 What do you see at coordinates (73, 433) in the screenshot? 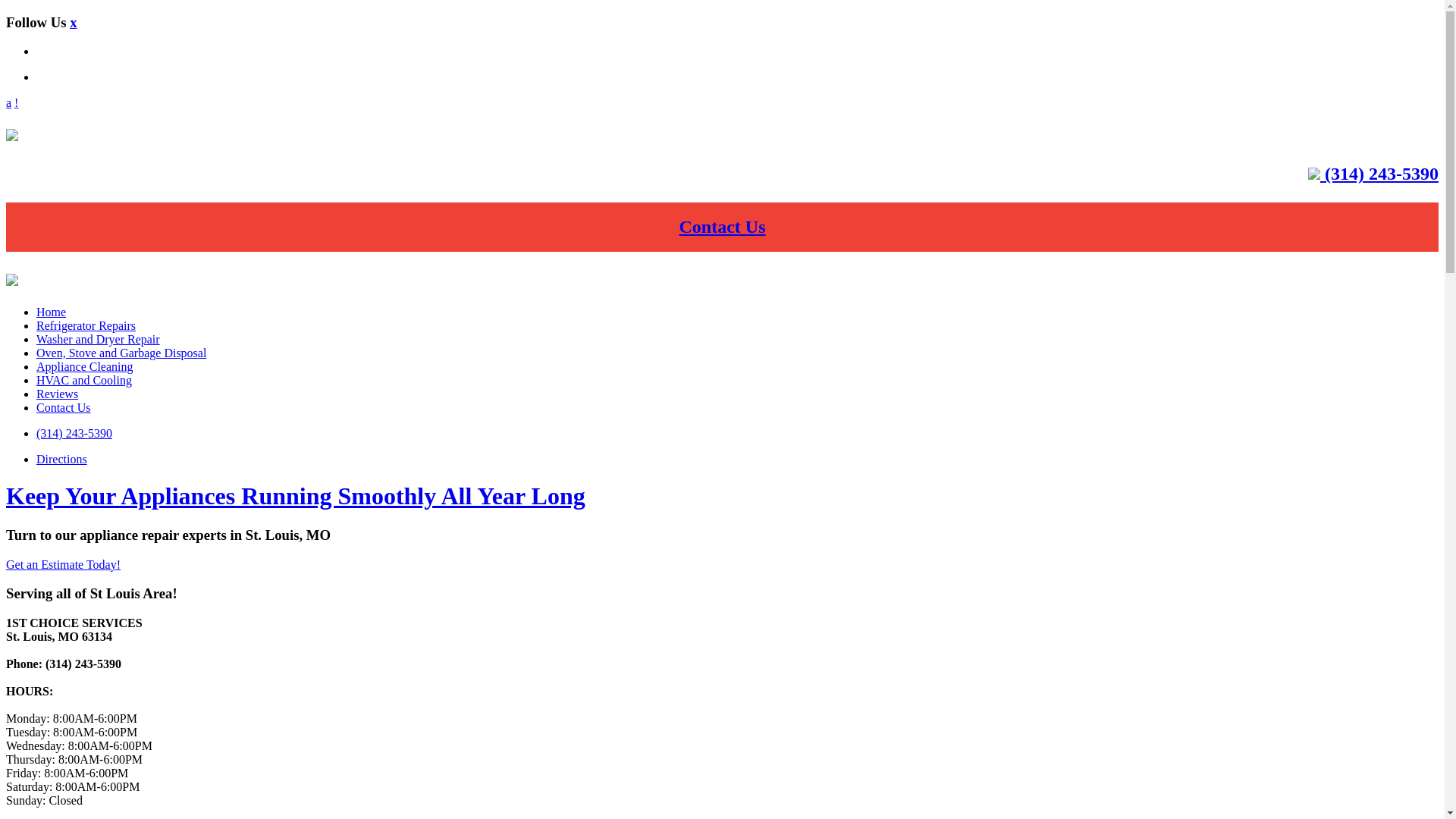
I see `'(314) 243-5390'` at bounding box center [73, 433].